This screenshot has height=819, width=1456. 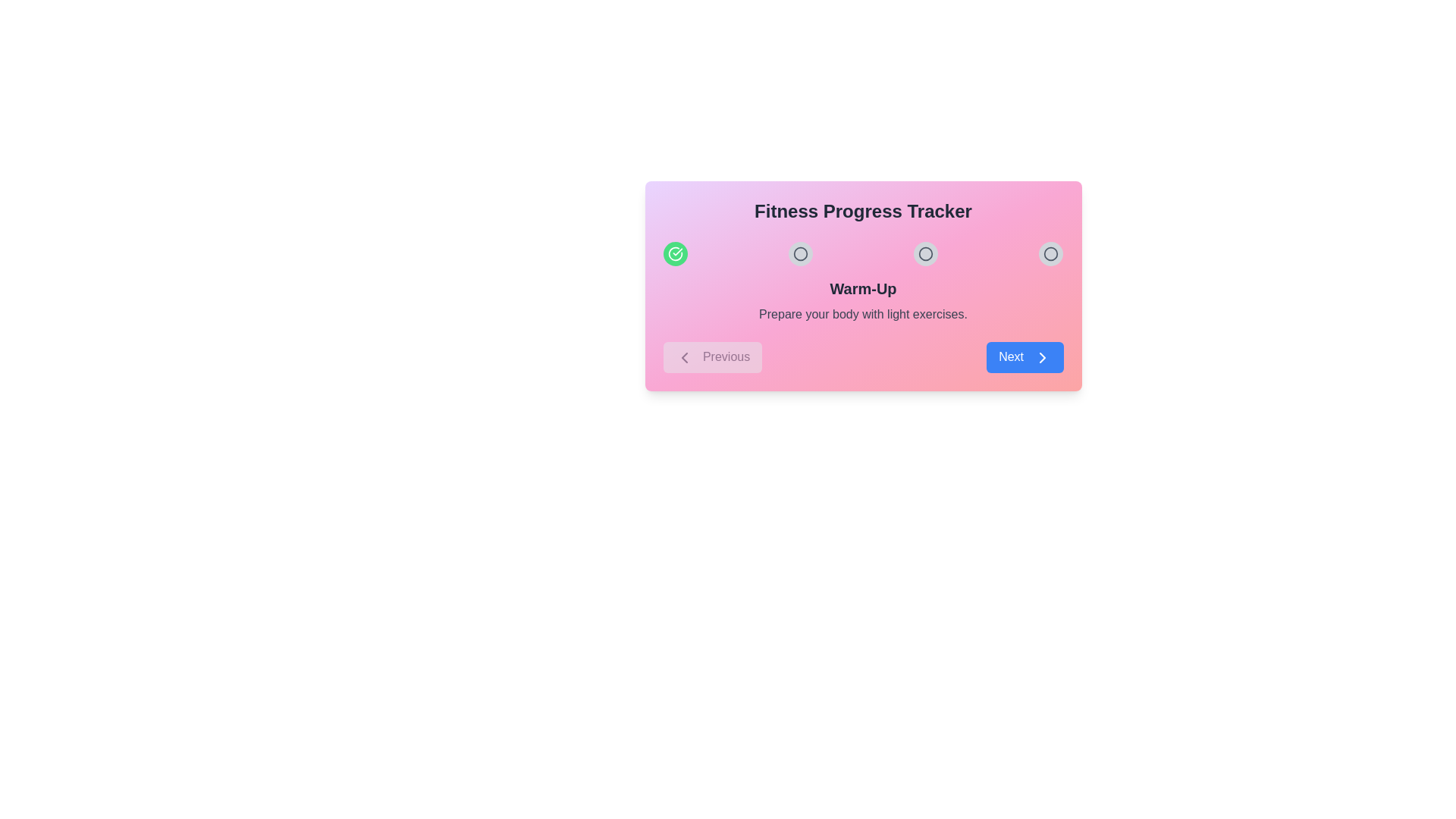 I want to click on the static text label element displaying 'Warm-Up', which is prominently positioned in the fitness tracking section of the UI, so click(x=863, y=289).